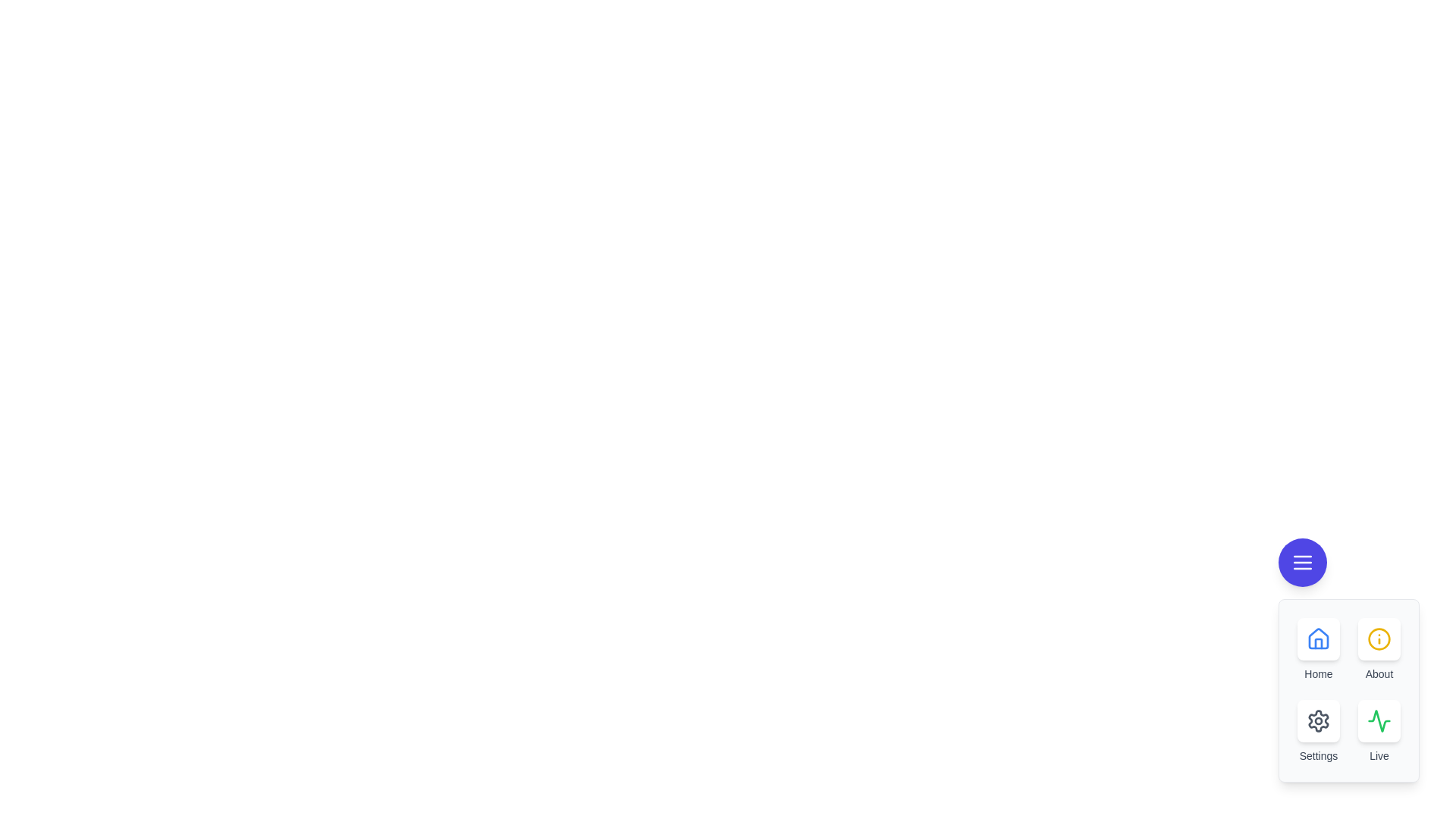 The width and height of the screenshot is (1456, 819). What do you see at coordinates (1379, 639) in the screenshot?
I see `the button labeled About to observe its hover effect` at bounding box center [1379, 639].